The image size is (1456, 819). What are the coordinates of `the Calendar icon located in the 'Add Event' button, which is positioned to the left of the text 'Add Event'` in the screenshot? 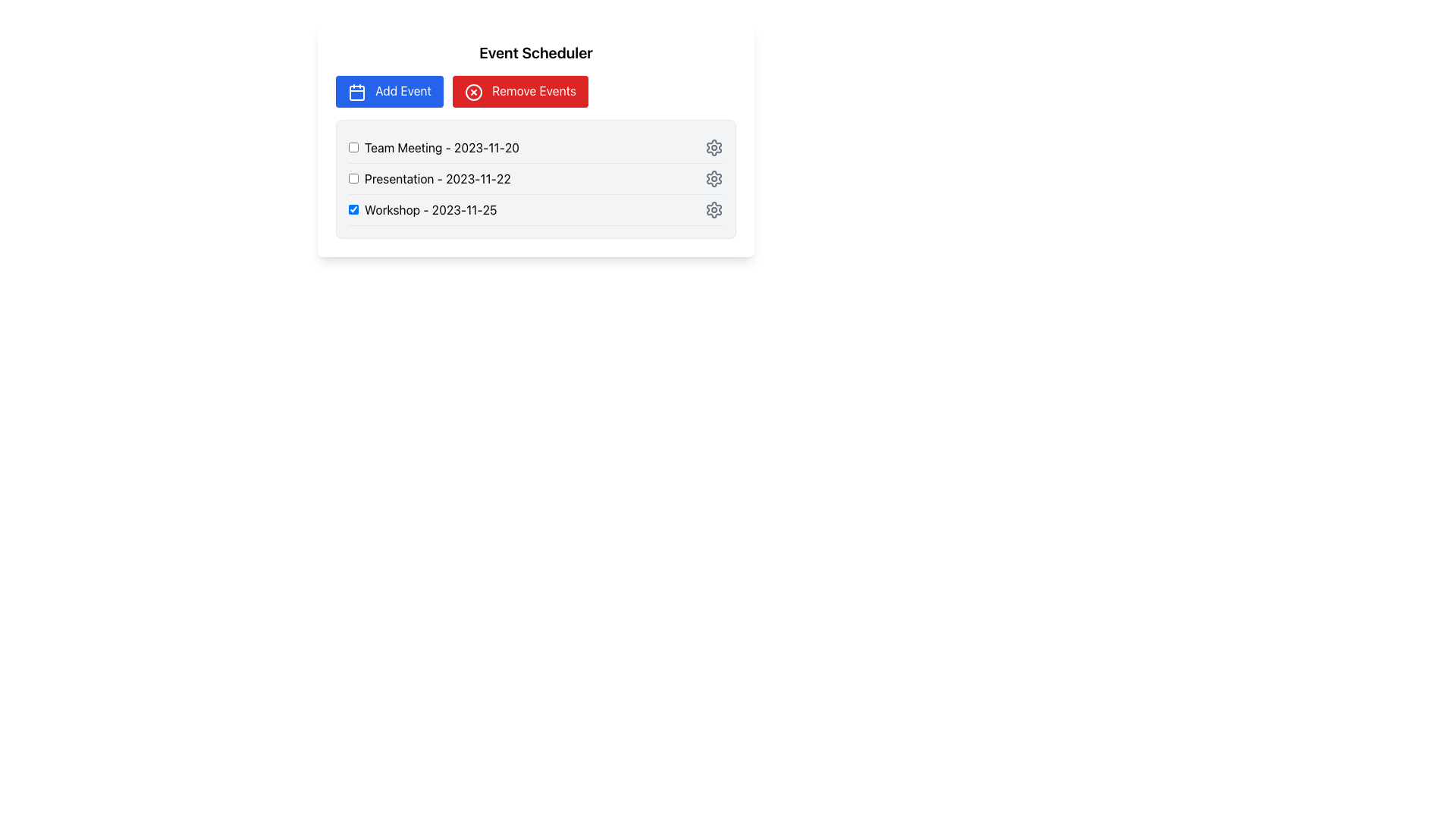 It's located at (356, 91).